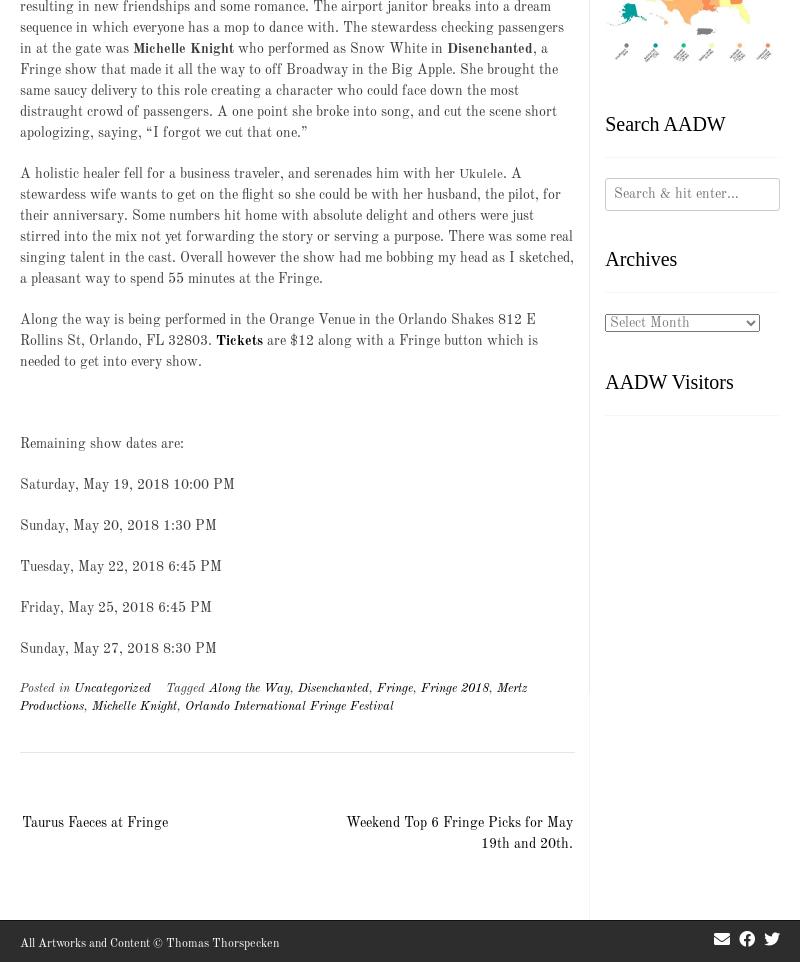 This screenshot has width=800, height=962. I want to click on '. A stewardess wife wants to get on the flight so she could be with her husband, the pilot, for their anniversary. Some numbers hit home with absolute delight and others were just stirred into the mix not yet forwarding the story or serving a purpose. There was some real singing talent in the cast. Overall however the show had me bobbing my head as I sketched, a pleasant way to spend 55 minutes at the Fringe.', so click(297, 224).